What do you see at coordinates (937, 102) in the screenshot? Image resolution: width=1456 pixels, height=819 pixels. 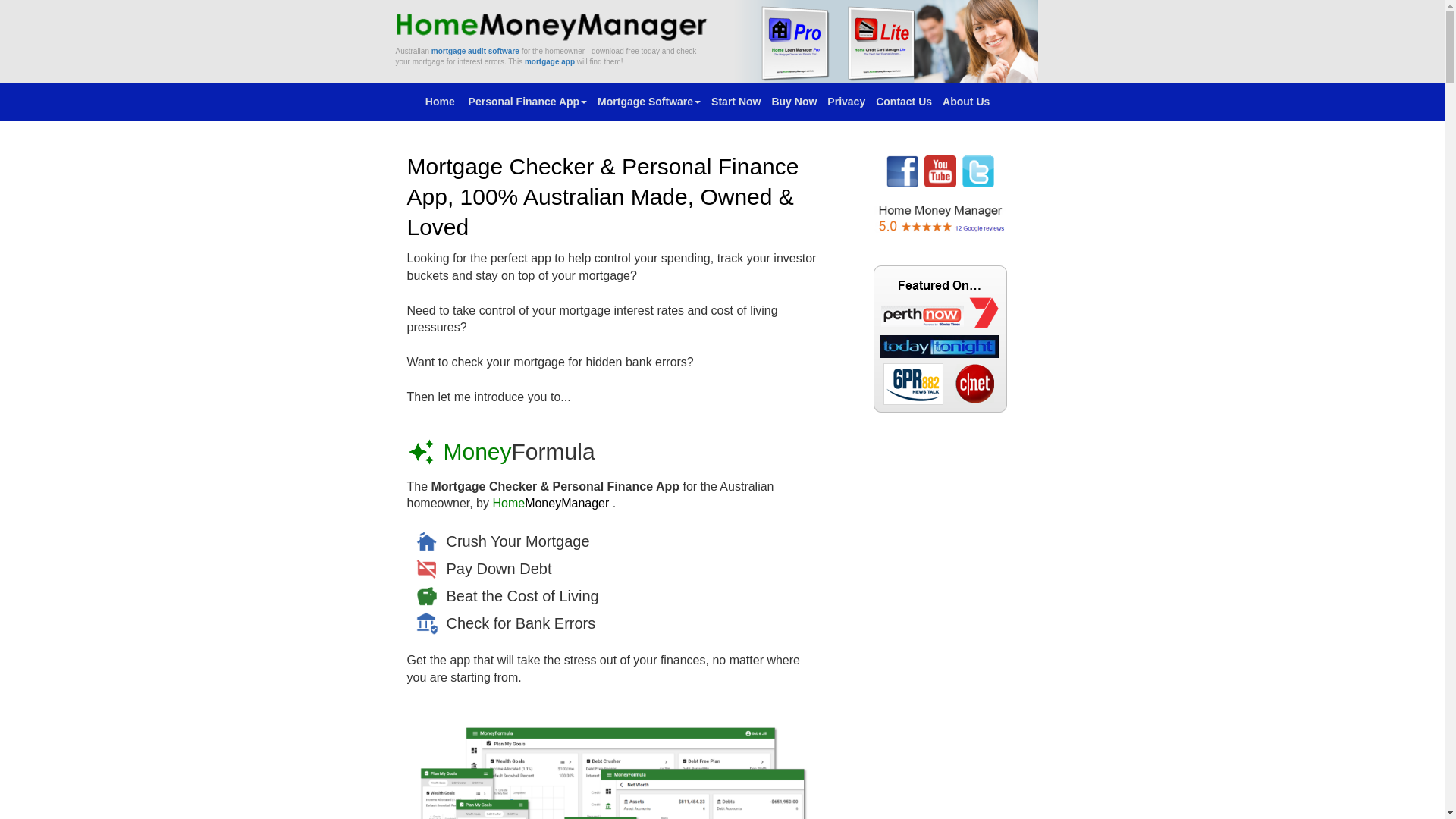 I see `'About Us'` at bounding box center [937, 102].